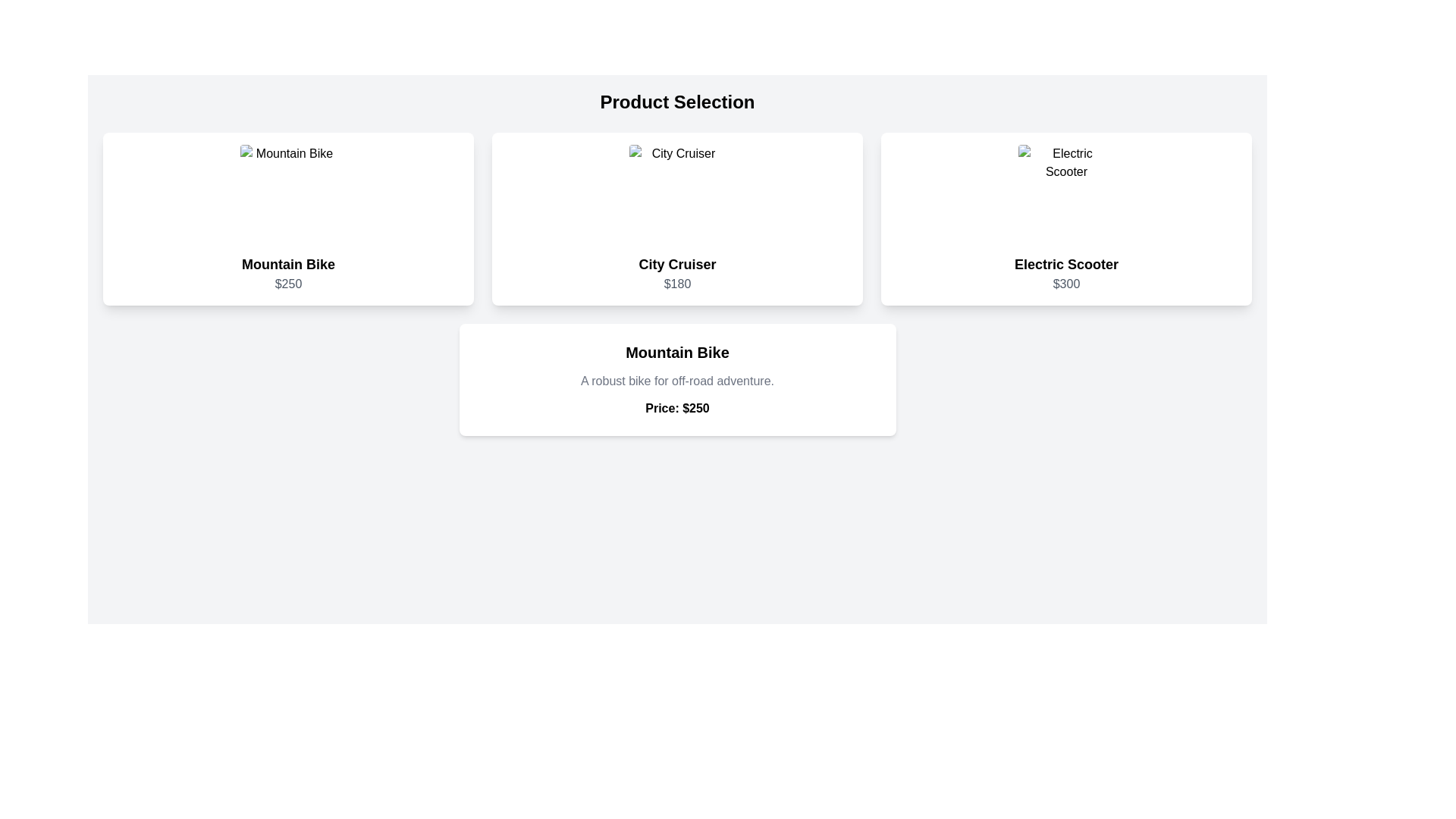  What do you see at coordinates (676, 102) in the screenshot?
I see `the Header text that reads 'Product Selection', which is bold and large-sized, located at the top of the page, centered horizontally` at bounding box center [676, 102].